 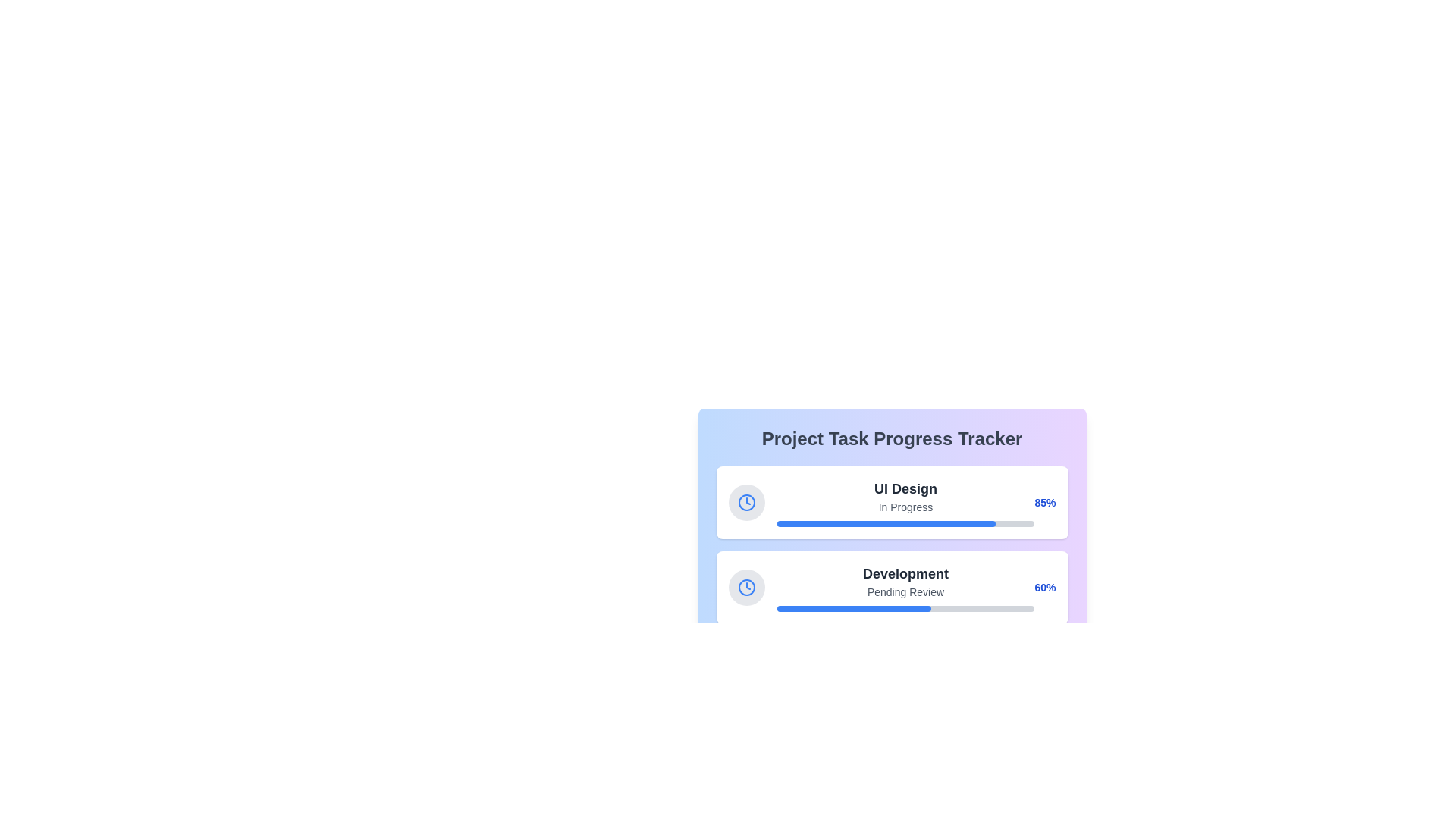 What do you see at coordinates (905, 607) in the screenshot?
I see `the horizontal progress bar with a gray background and blue filled portion indicating 60% completion` at bounding box center [905, 607].